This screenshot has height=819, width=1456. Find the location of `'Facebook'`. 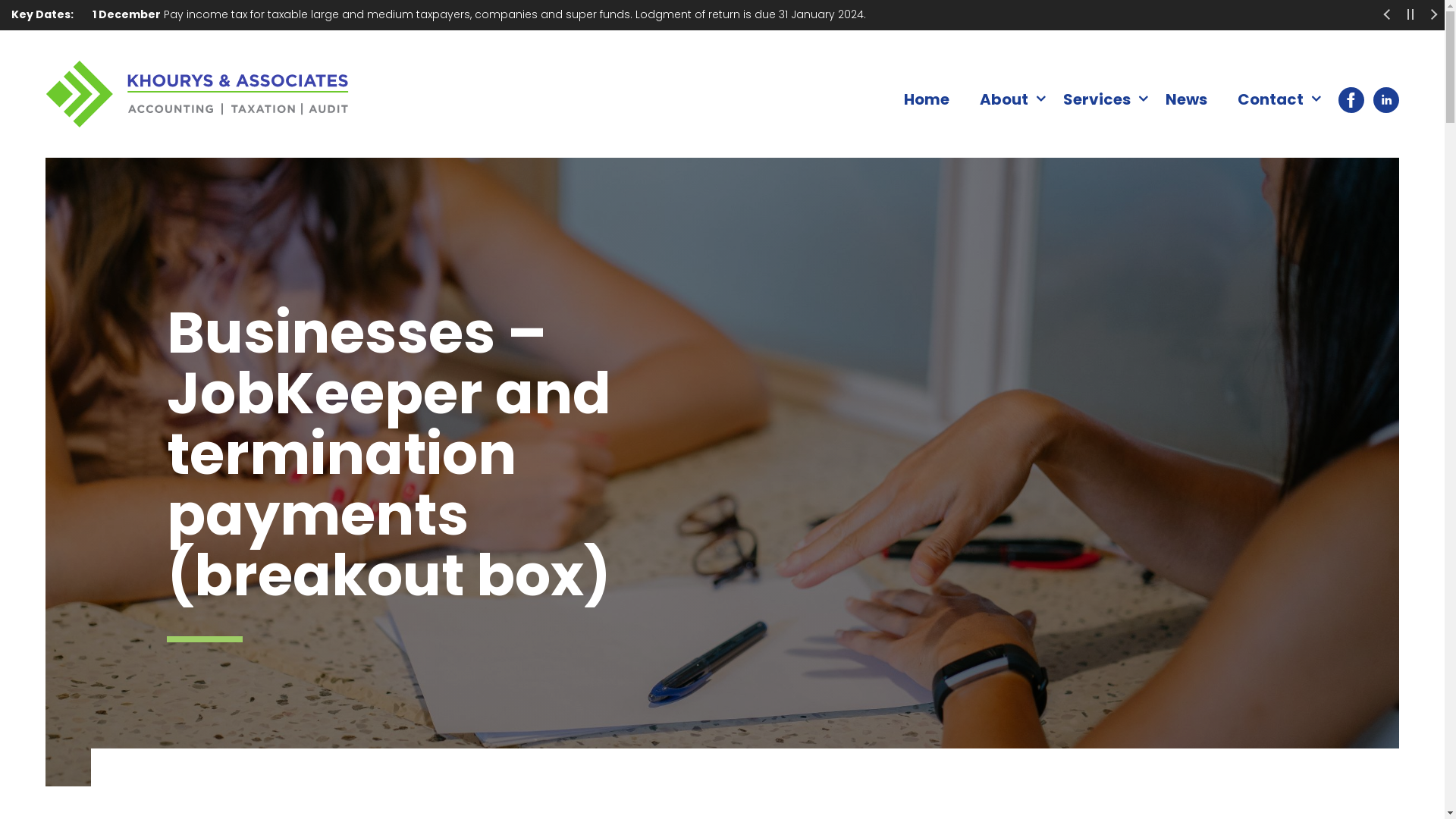

'Facebook' is located at coordinates (1323, 99).